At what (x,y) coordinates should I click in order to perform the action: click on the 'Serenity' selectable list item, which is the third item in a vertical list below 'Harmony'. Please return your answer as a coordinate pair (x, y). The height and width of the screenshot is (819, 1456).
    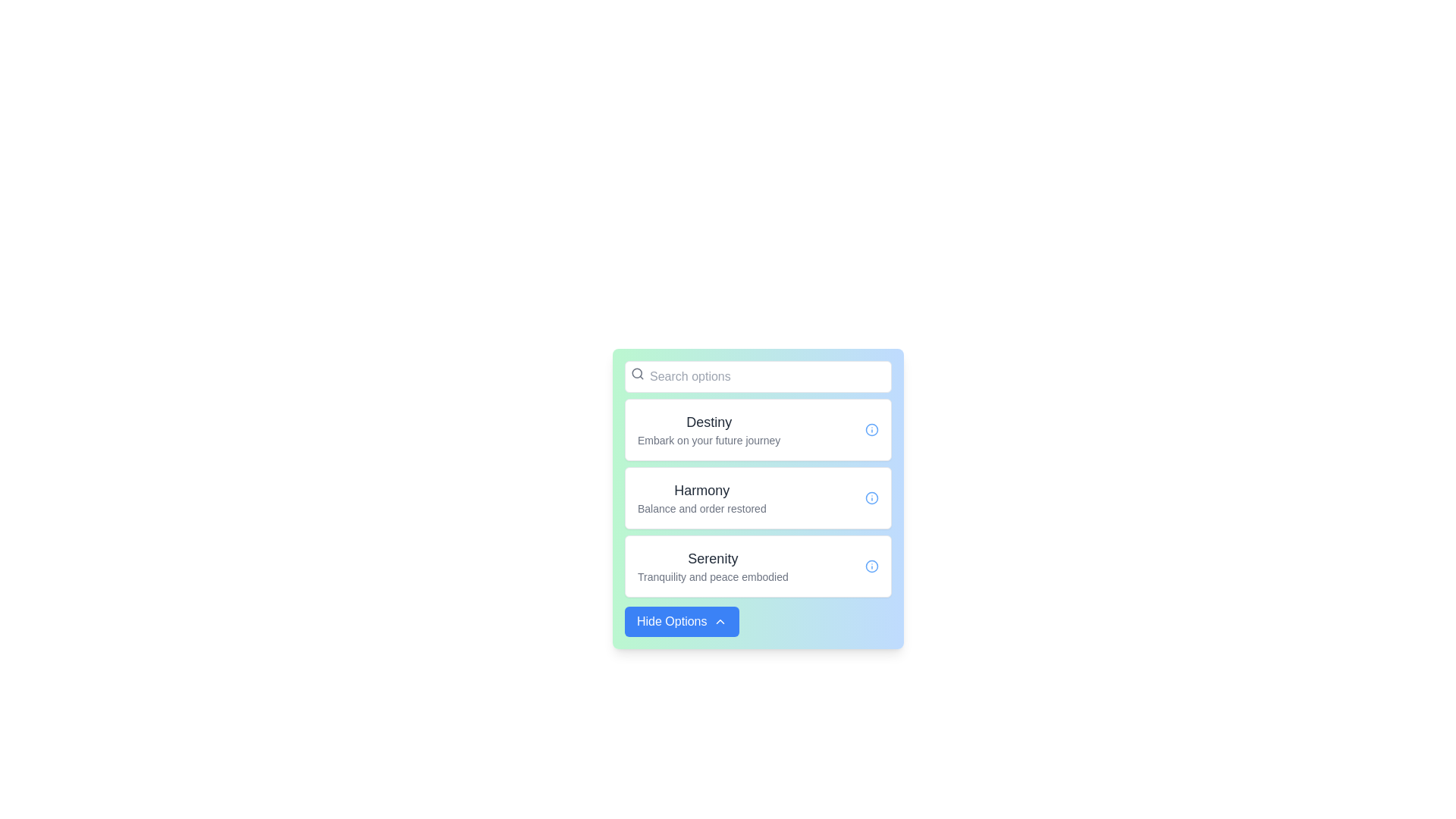
    Looking at the image, I should click on (758, 566).